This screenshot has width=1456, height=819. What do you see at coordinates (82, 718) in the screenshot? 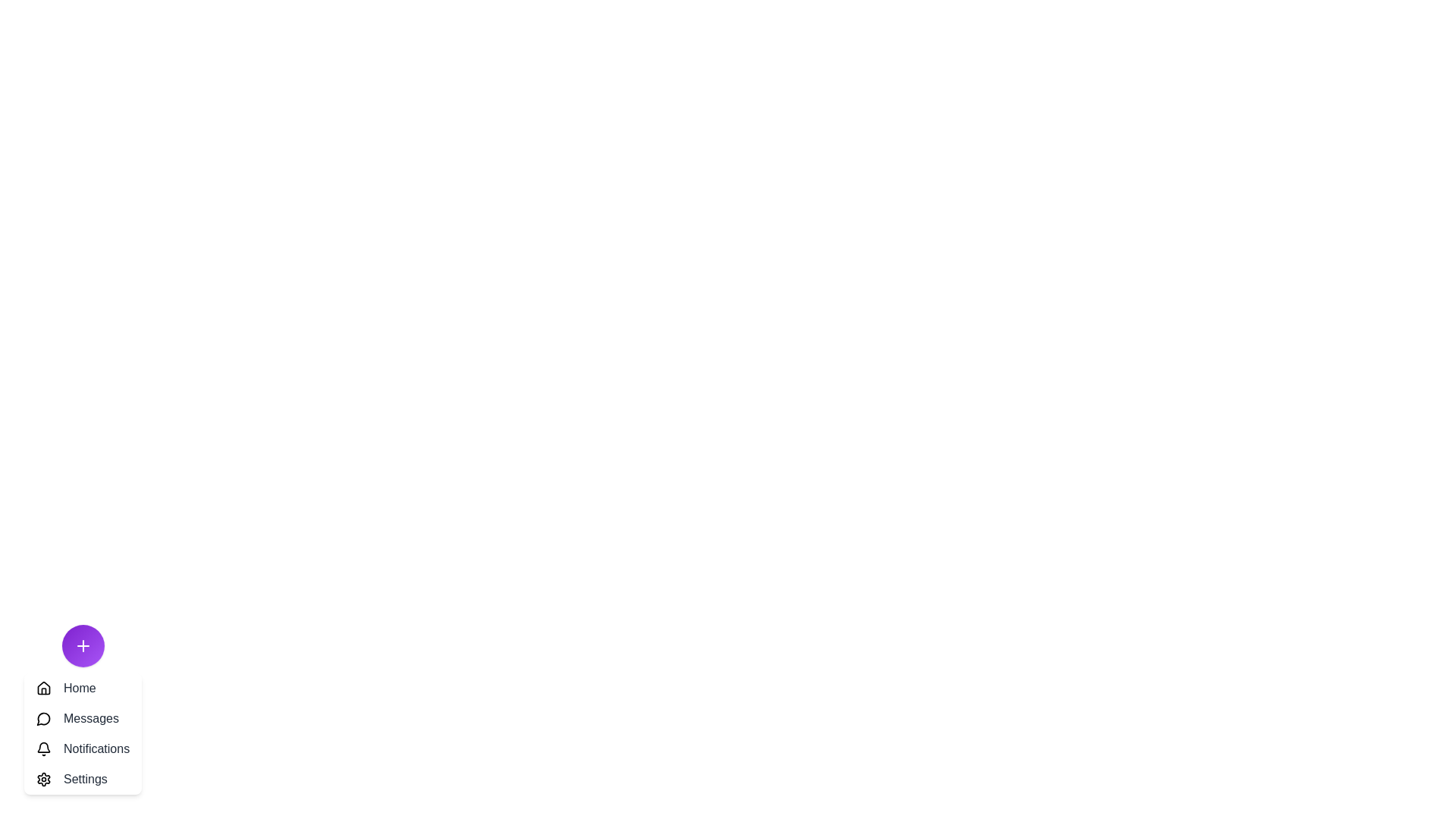
I see `the 'Messages' button to select it` at bounding box center [82, 718].